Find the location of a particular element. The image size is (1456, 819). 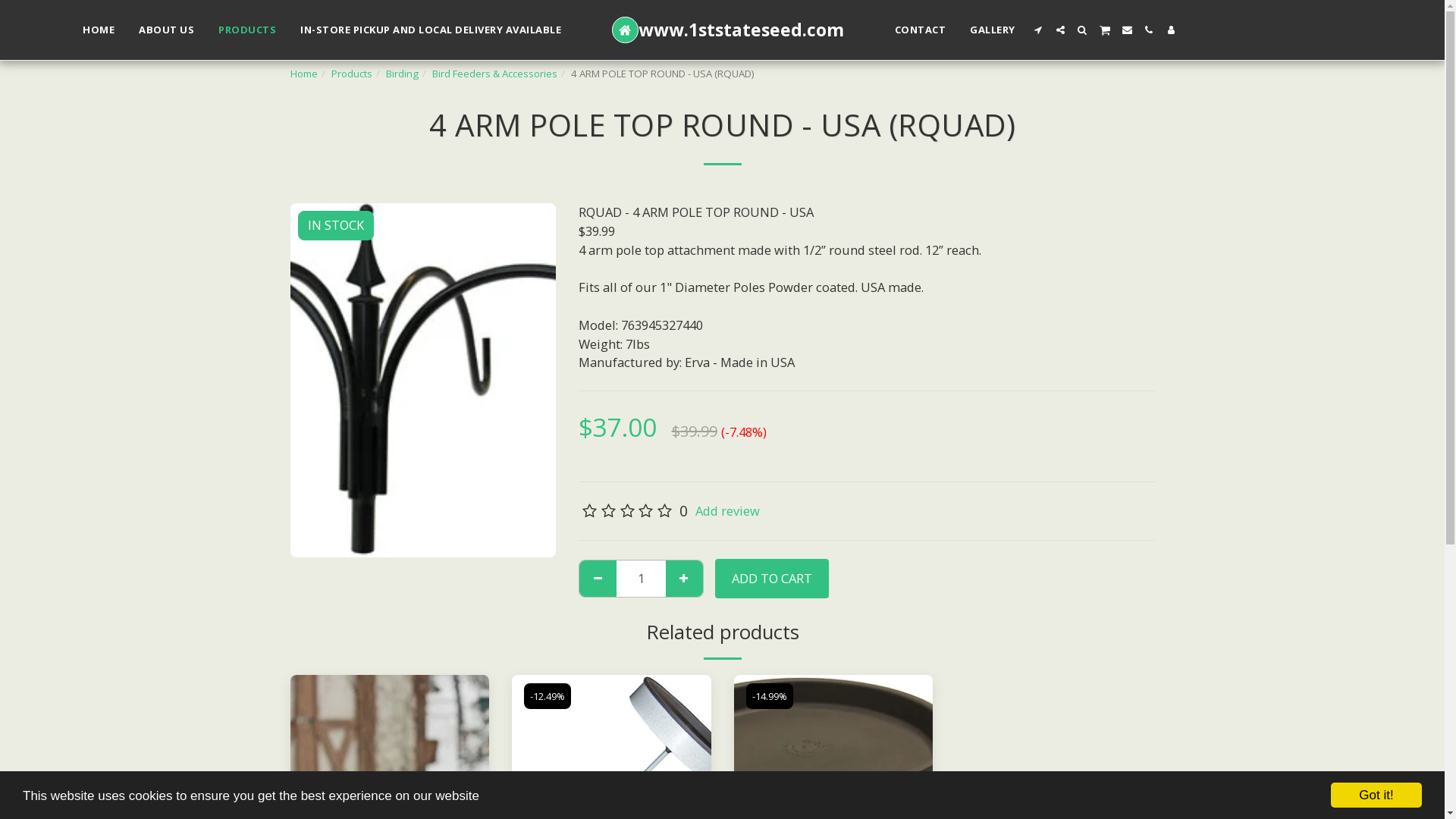

'Products' is located at coordinates (350, 73).